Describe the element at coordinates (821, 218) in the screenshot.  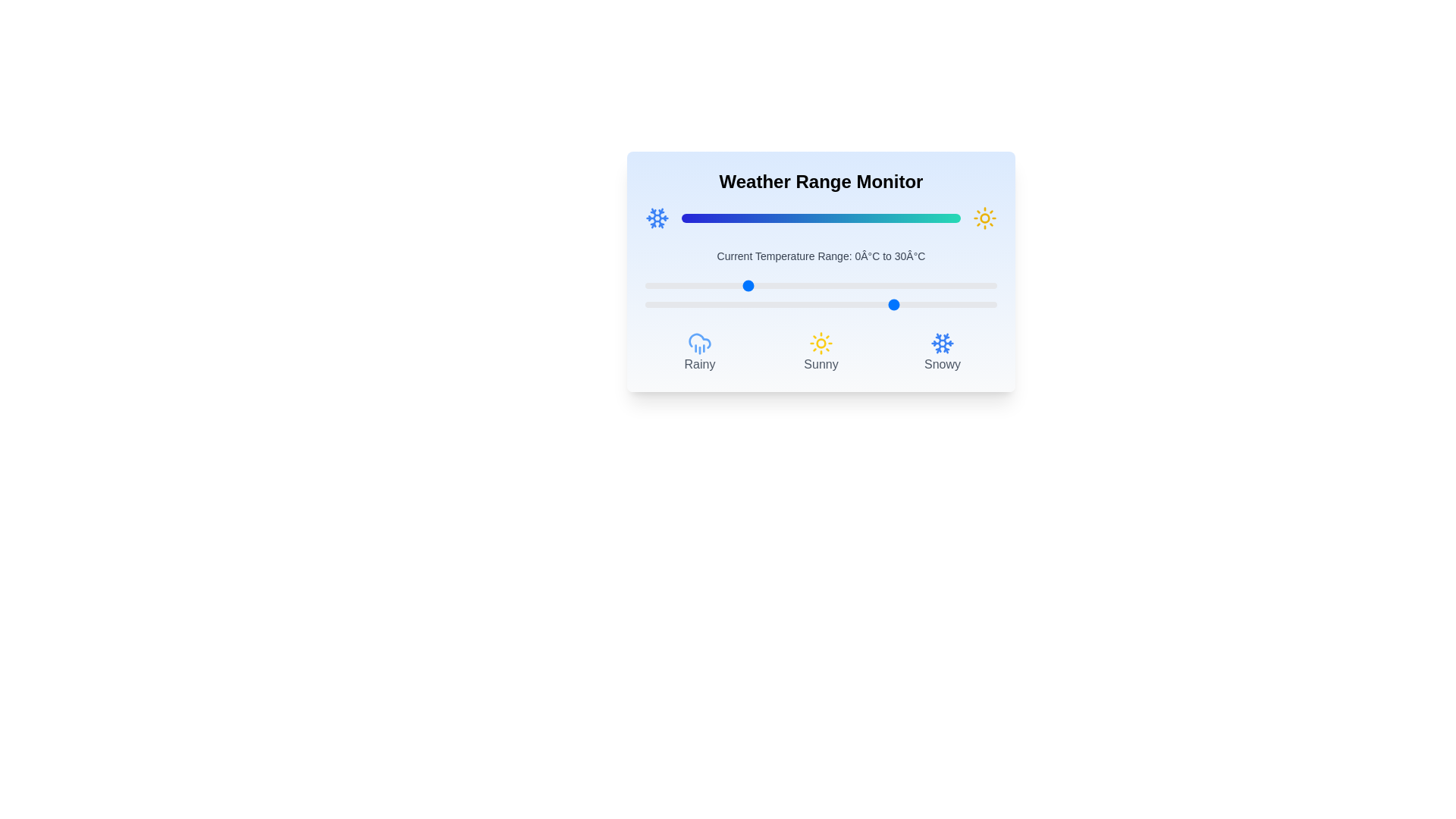
I see `the progress bar located between the blue snowflake icon and the yellow sun icon, which visually represents temperature levels using a gradient color scheme` at that location.